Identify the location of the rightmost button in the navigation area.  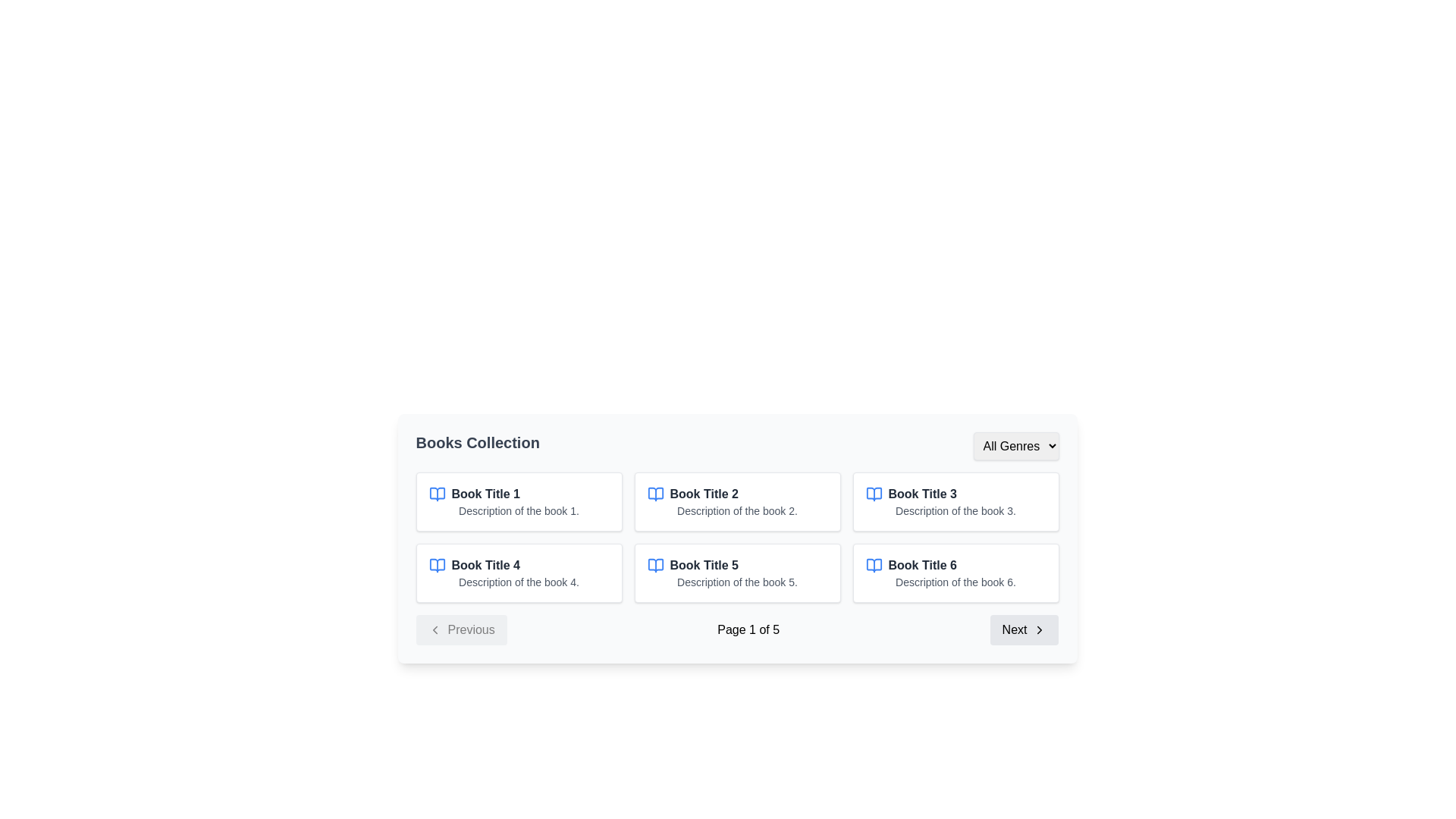
(1025, 629).